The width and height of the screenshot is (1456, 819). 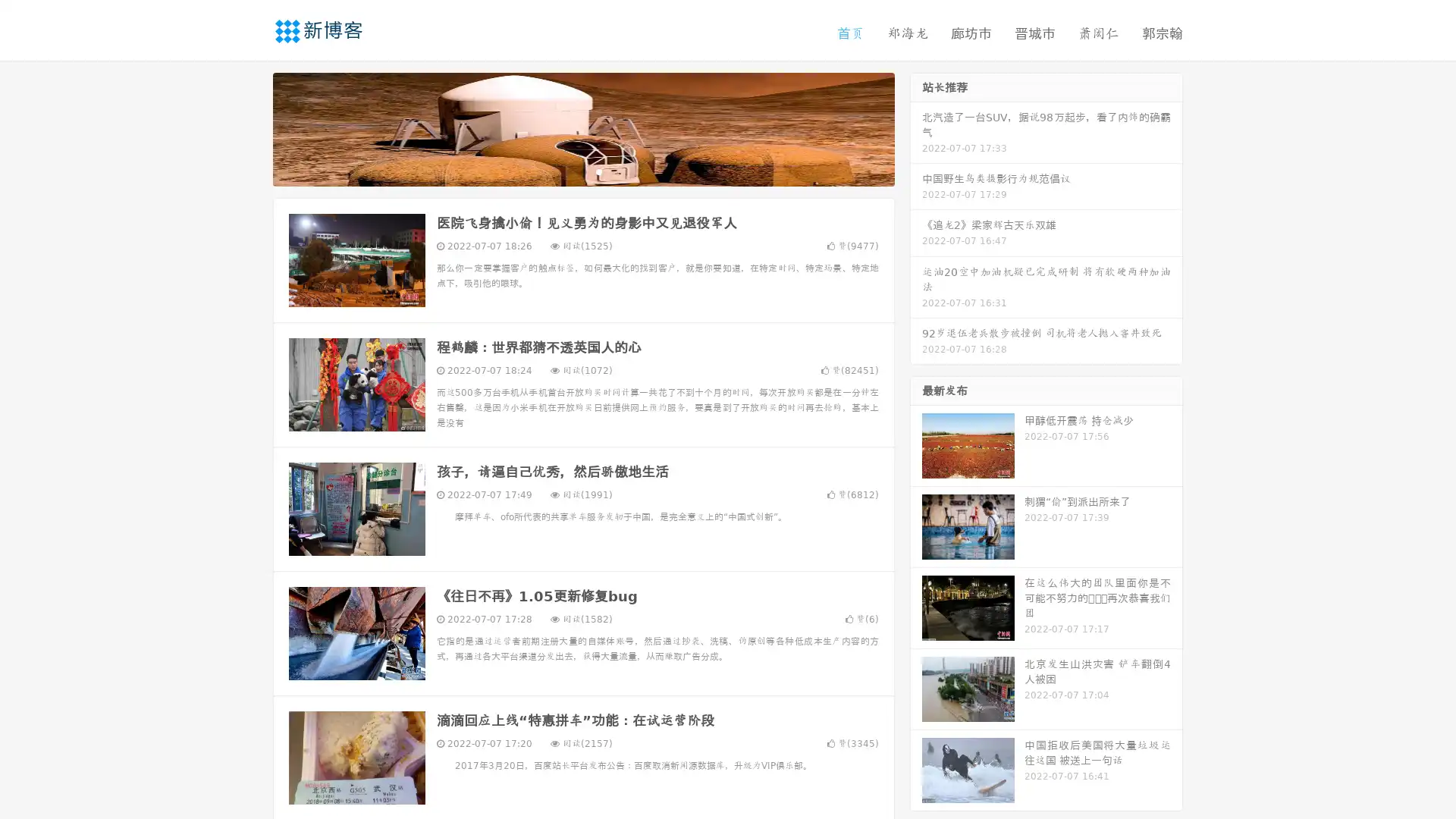 What do you see at coordinates (250, 127) in the screenshot?
I see `Previous slide` at bounding box center [250, 127].